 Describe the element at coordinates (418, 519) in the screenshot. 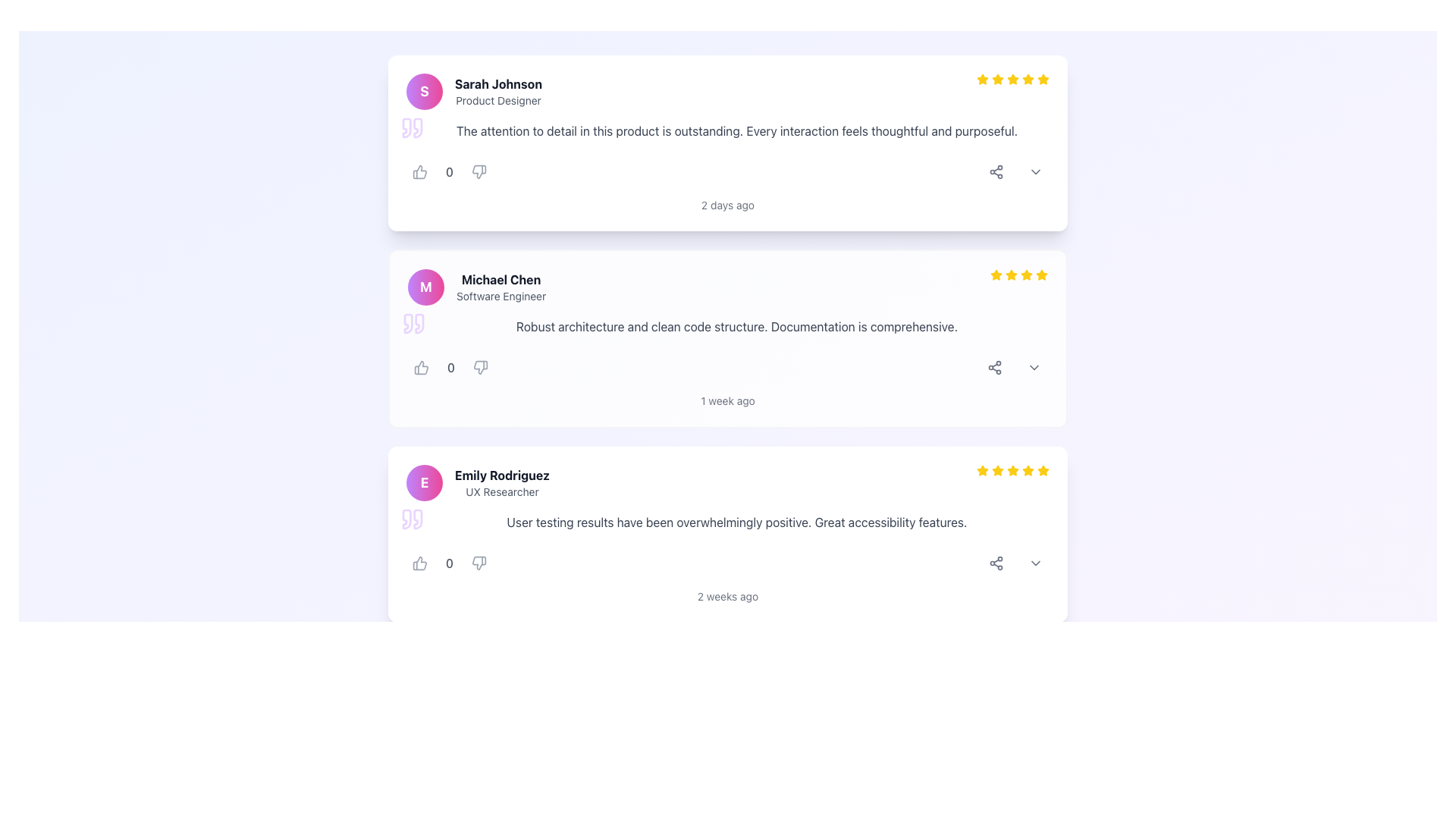

I see `the quotation graphic icon located slightly to the left of Emily Rodriguez's profile icon in the third comment section, aligned with the beginning of the text` at that location.